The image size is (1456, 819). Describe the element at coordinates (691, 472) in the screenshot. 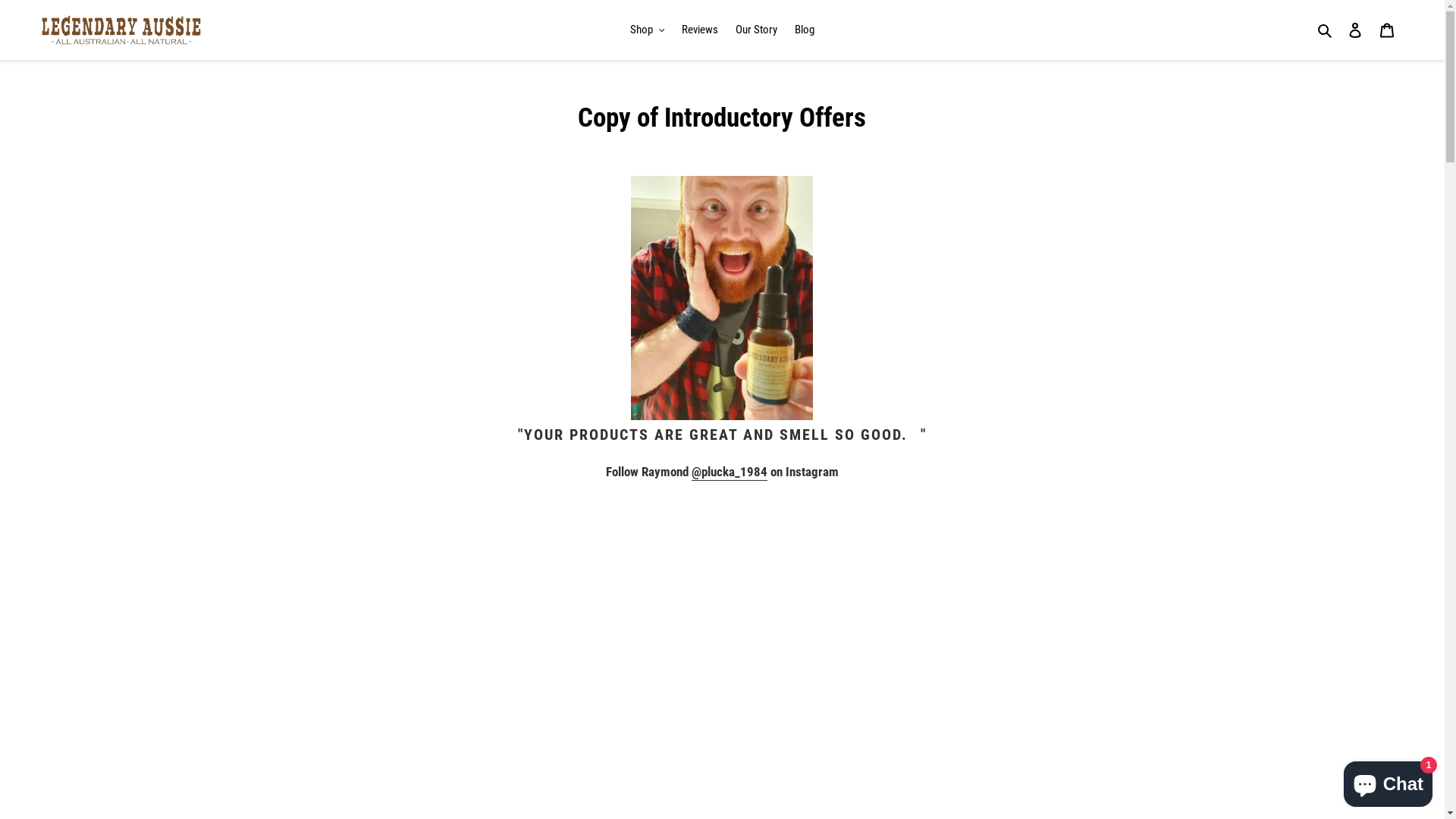

I see `'@plucka_1984'` at that location.